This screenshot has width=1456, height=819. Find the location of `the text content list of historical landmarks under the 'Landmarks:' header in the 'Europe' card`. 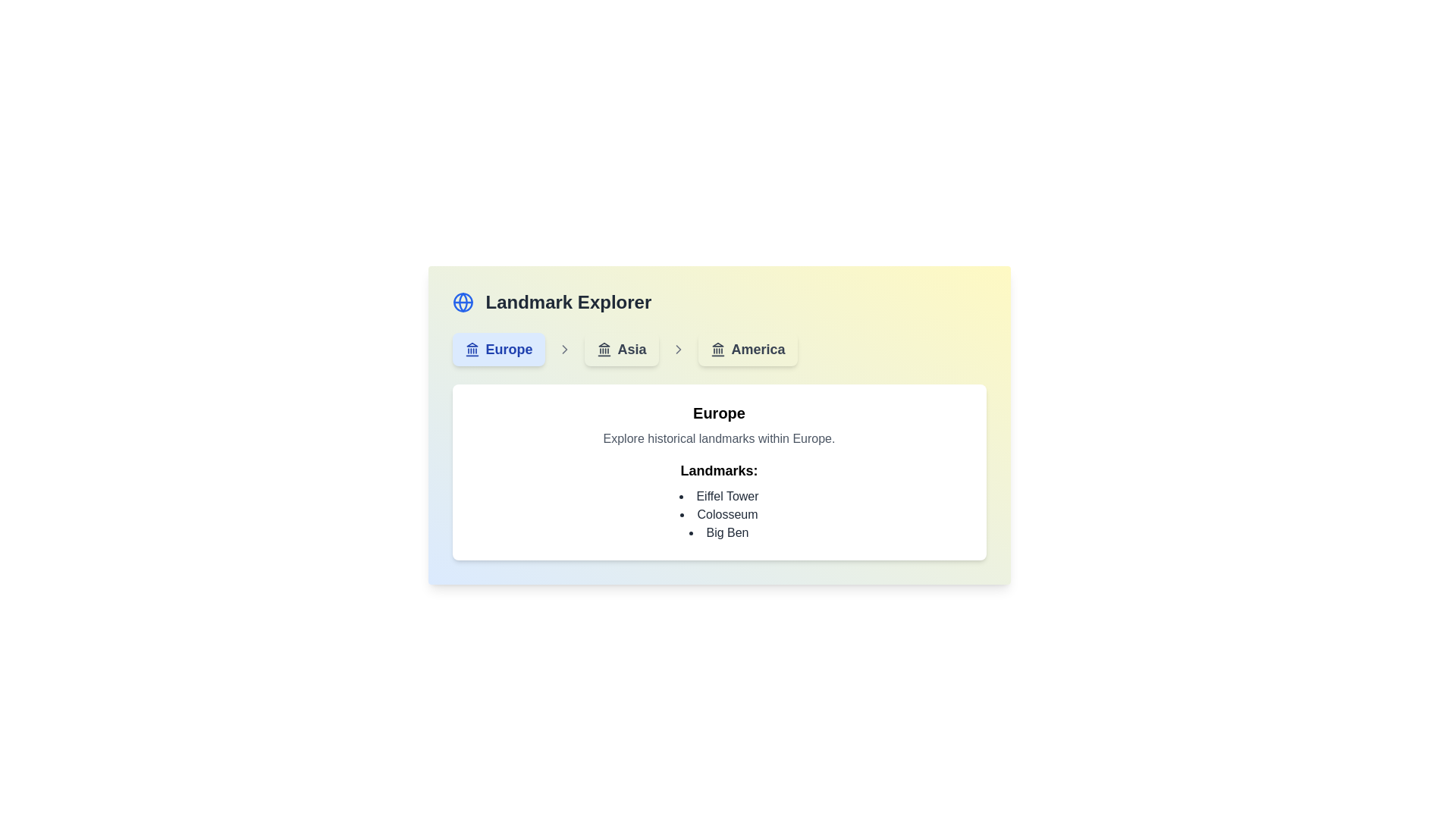

the text content list of historical landmarks under the 'Landmarks:' header in the 'Europe' card is located at coordinates (718, 513).